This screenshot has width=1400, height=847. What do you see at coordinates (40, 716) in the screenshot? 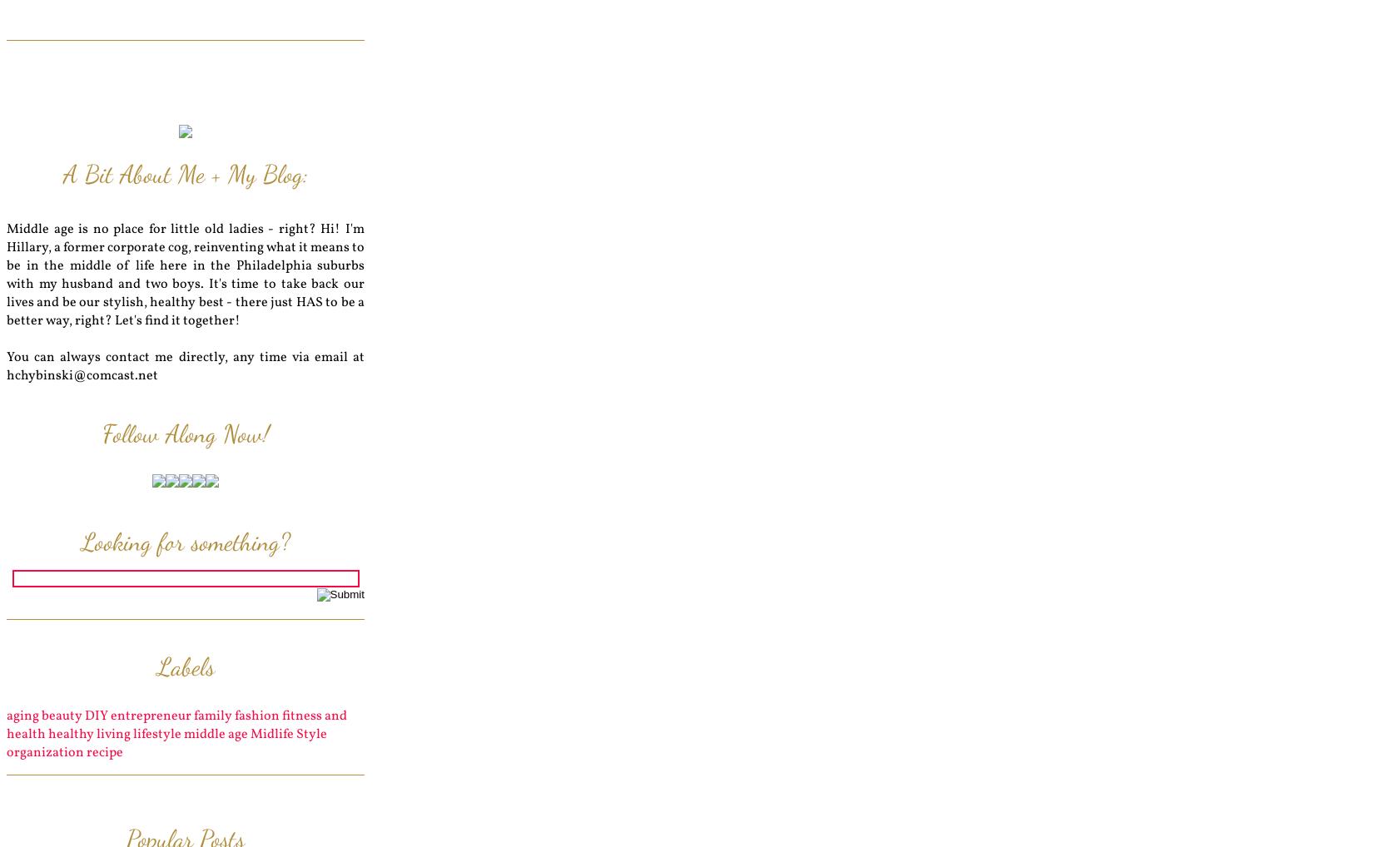
I see `'beauty'` at bounding box center [40, 716].